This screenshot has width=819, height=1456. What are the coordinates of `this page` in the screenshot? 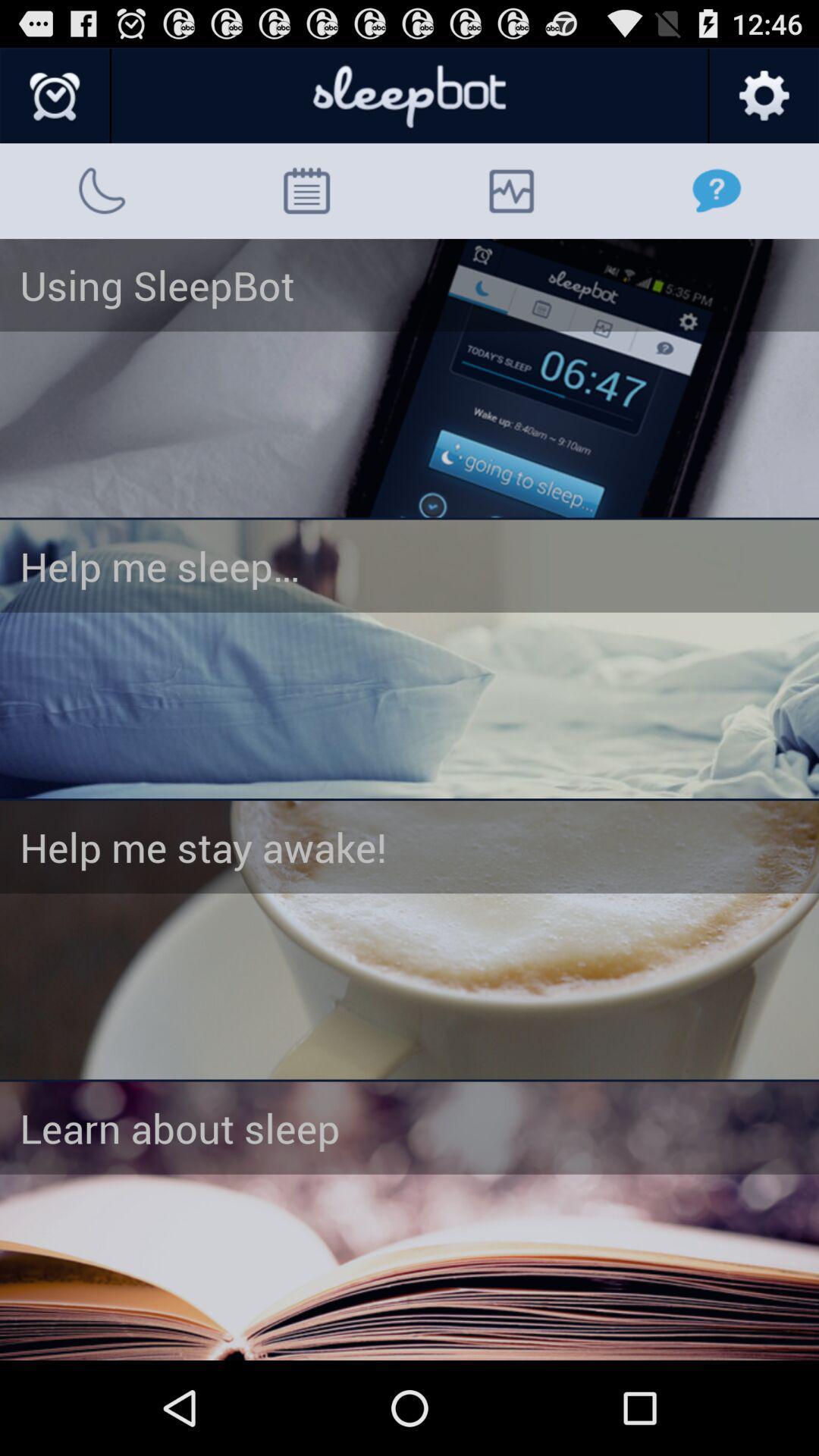 It's located at (409, 939).